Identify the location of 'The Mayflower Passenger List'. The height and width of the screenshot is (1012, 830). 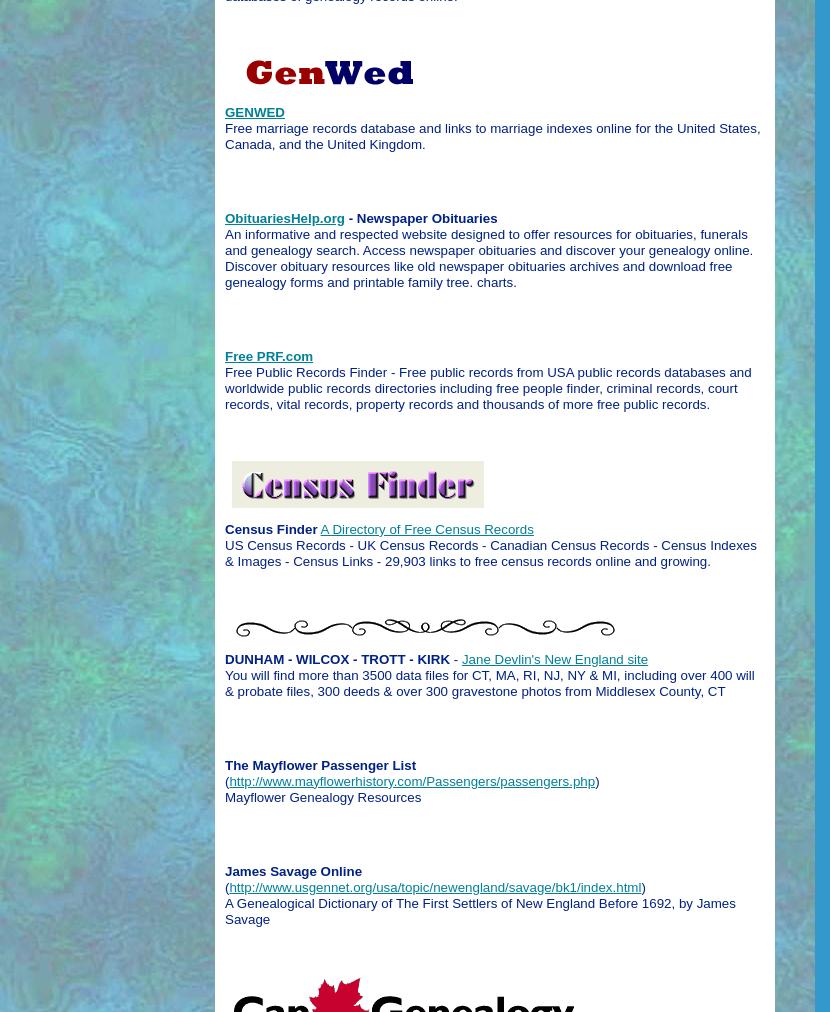
(319, 763).